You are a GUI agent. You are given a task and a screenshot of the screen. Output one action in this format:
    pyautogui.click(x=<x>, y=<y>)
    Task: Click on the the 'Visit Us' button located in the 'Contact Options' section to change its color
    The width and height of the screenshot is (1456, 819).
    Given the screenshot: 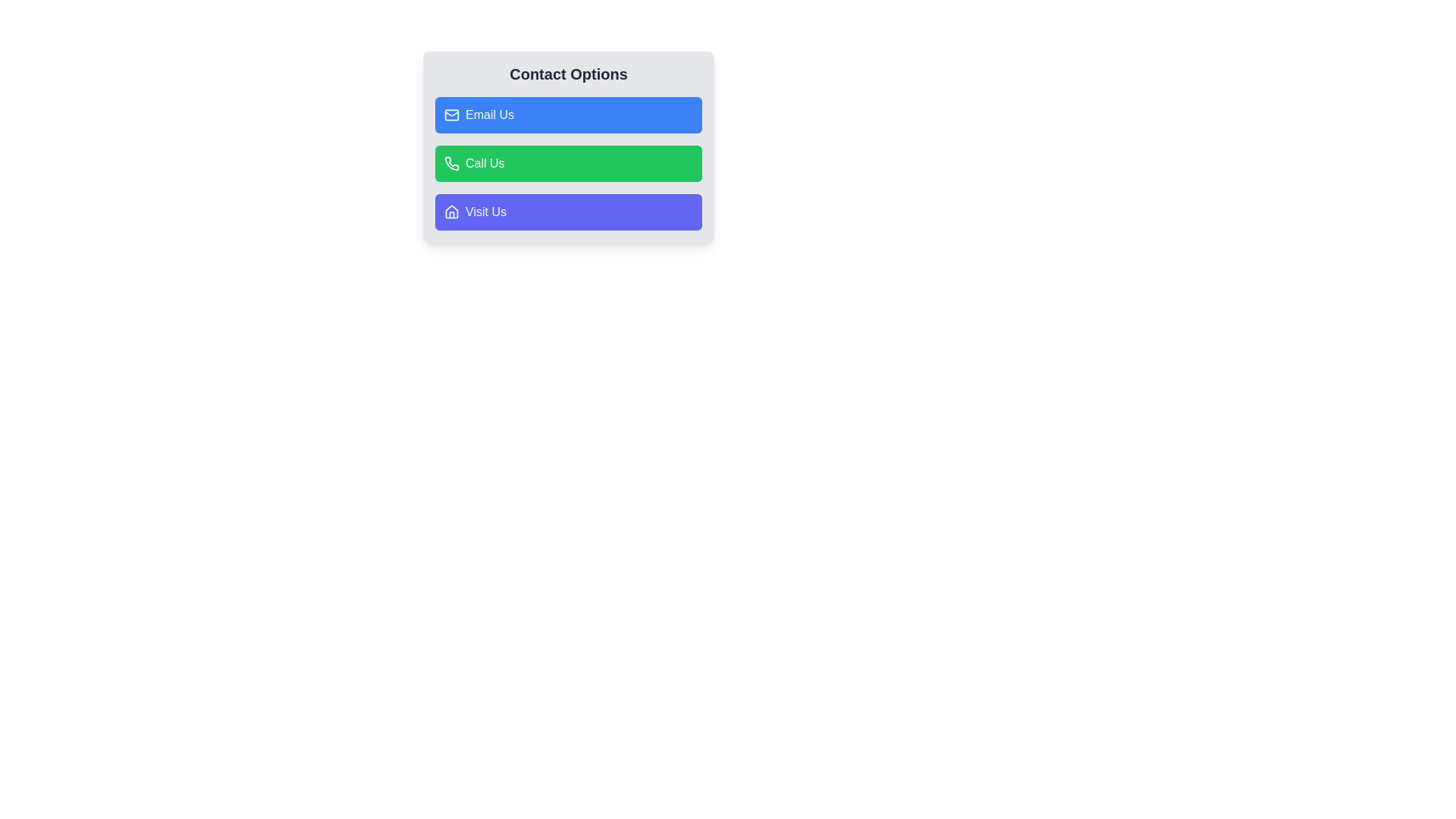 What is the action you would take?
    pyautogui.click(x=567, y=212)
    